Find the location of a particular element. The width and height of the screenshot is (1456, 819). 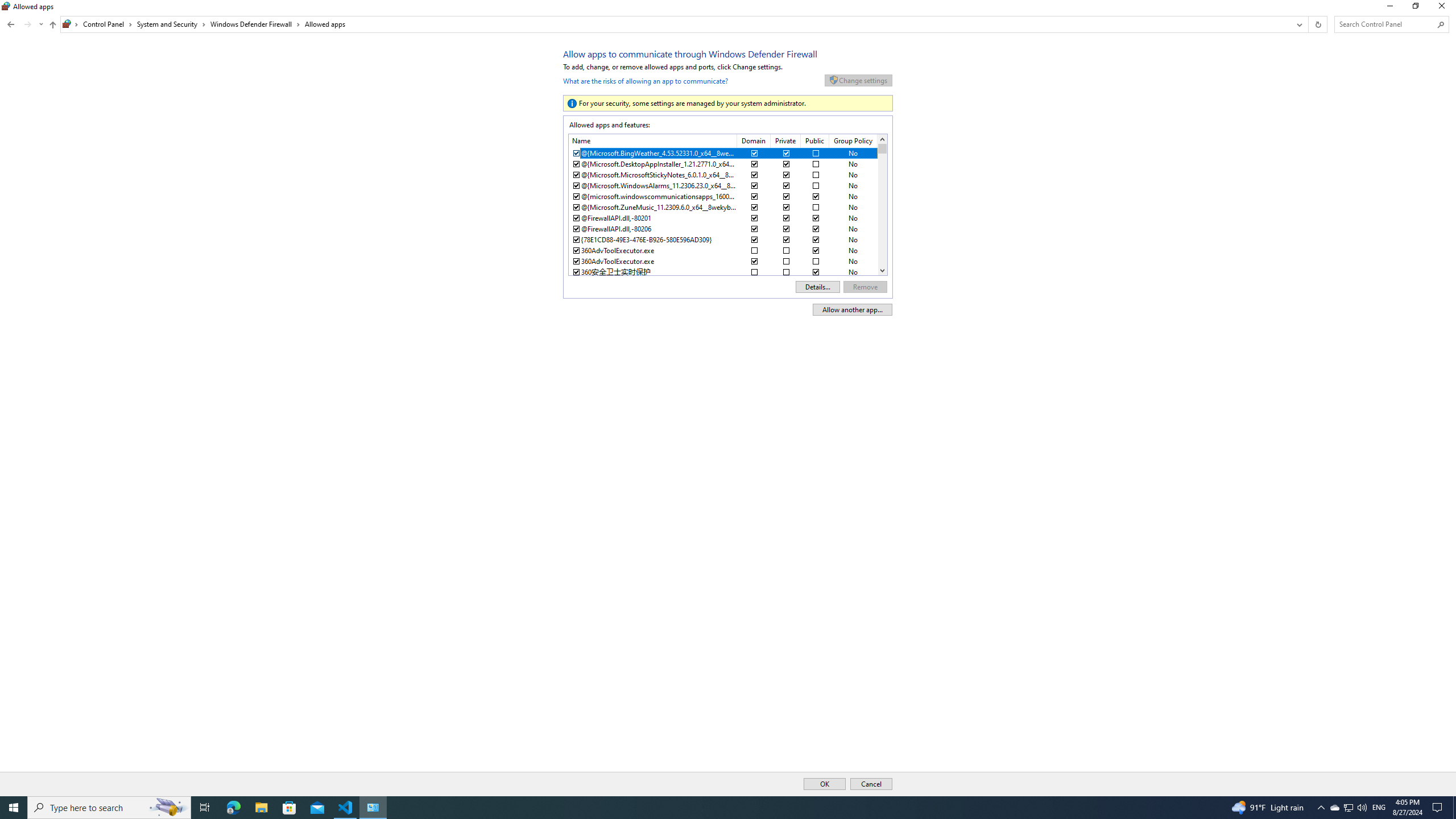

'Details...' is located at coordinates (817, 286).